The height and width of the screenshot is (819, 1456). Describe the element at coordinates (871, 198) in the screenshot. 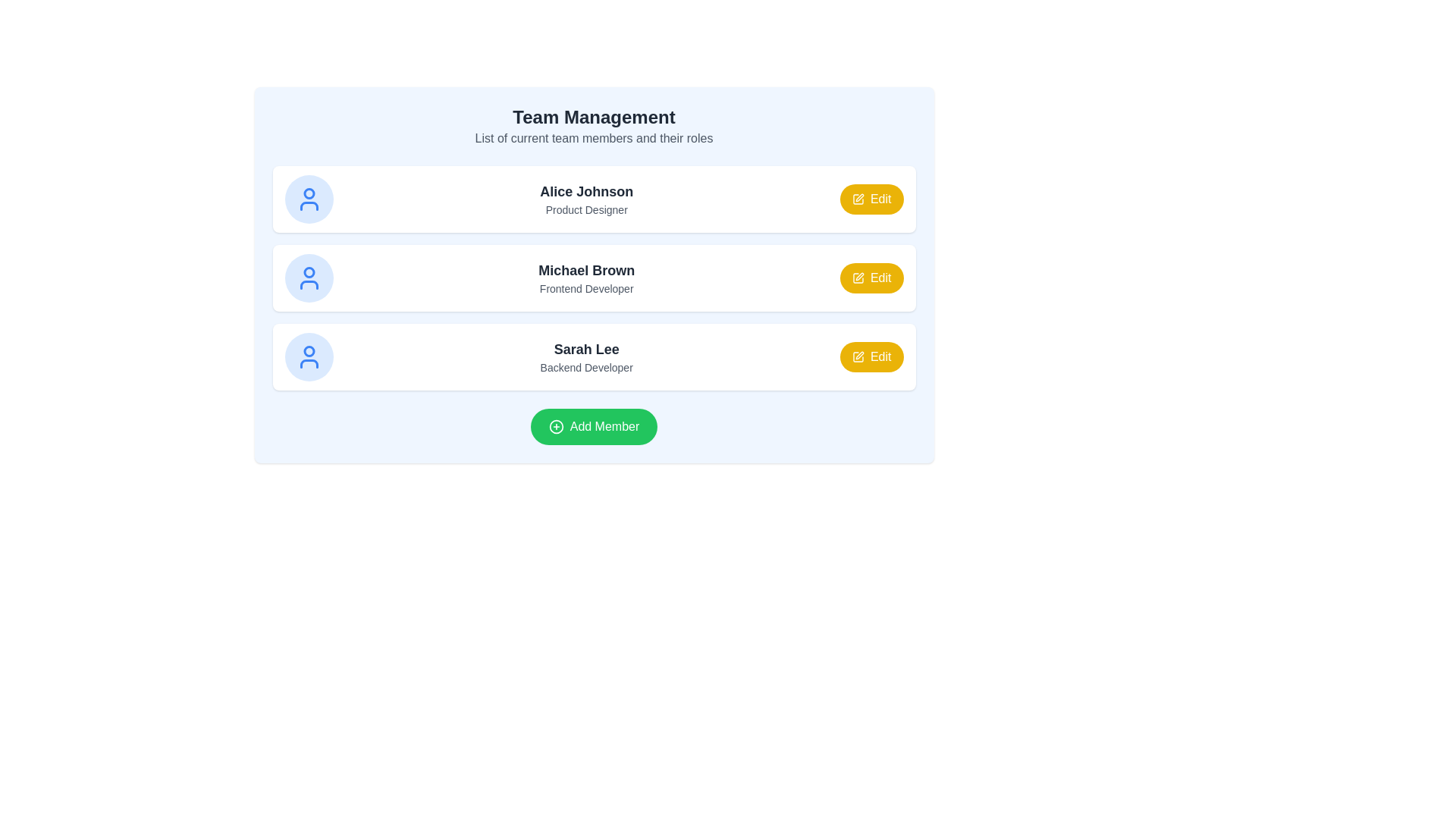

I see `the rounded yellow 'Edit' button with a pen icon` at that location.